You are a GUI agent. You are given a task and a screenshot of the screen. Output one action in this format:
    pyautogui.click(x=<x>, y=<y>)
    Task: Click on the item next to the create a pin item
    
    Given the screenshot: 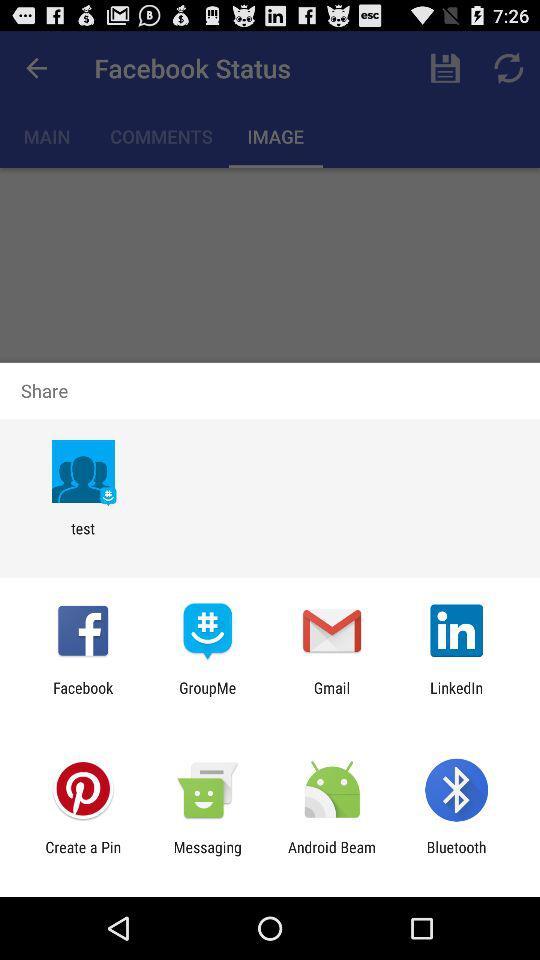 What is the action you would take?
    pyautogui.click(x=206, y=855)
    